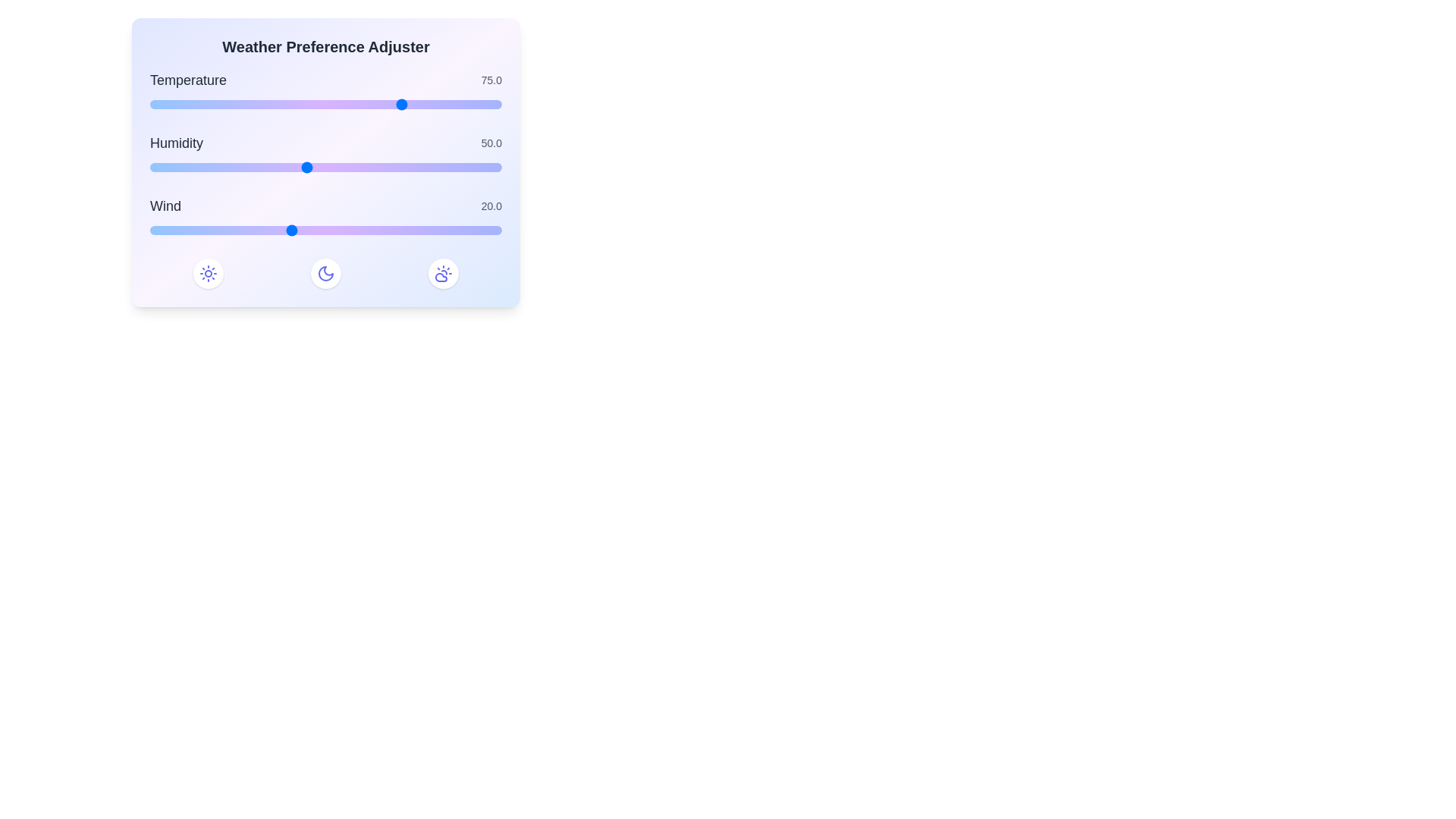 The image size is (1456, 819). Describe the element at coordinates (219, 231) in the screenshot. I see `wind value` at that location.